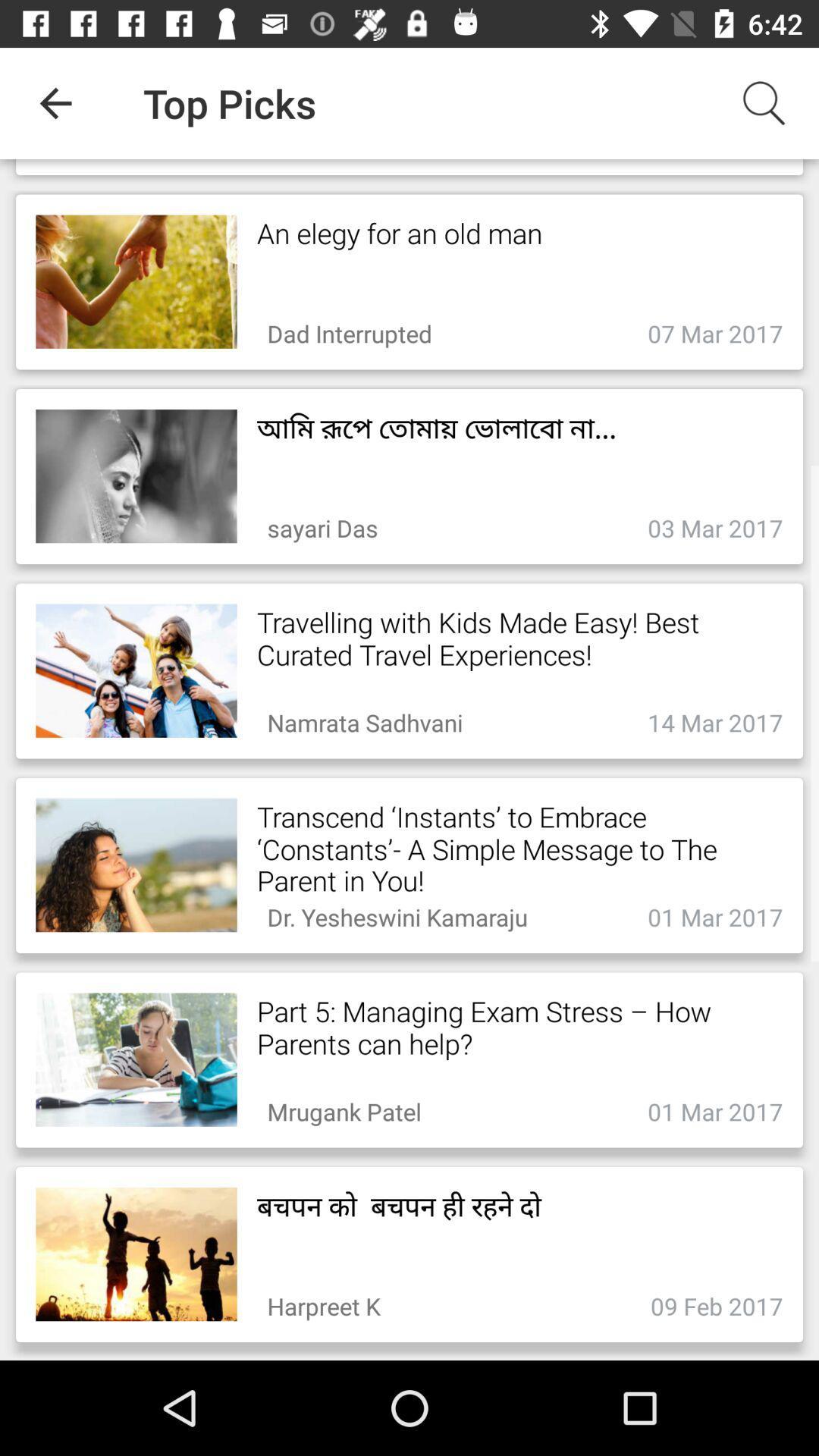  What do you see at coordinates (350, 328) in the screenshot?
I see `the dad interrupted` at bounding box center [350, 328].